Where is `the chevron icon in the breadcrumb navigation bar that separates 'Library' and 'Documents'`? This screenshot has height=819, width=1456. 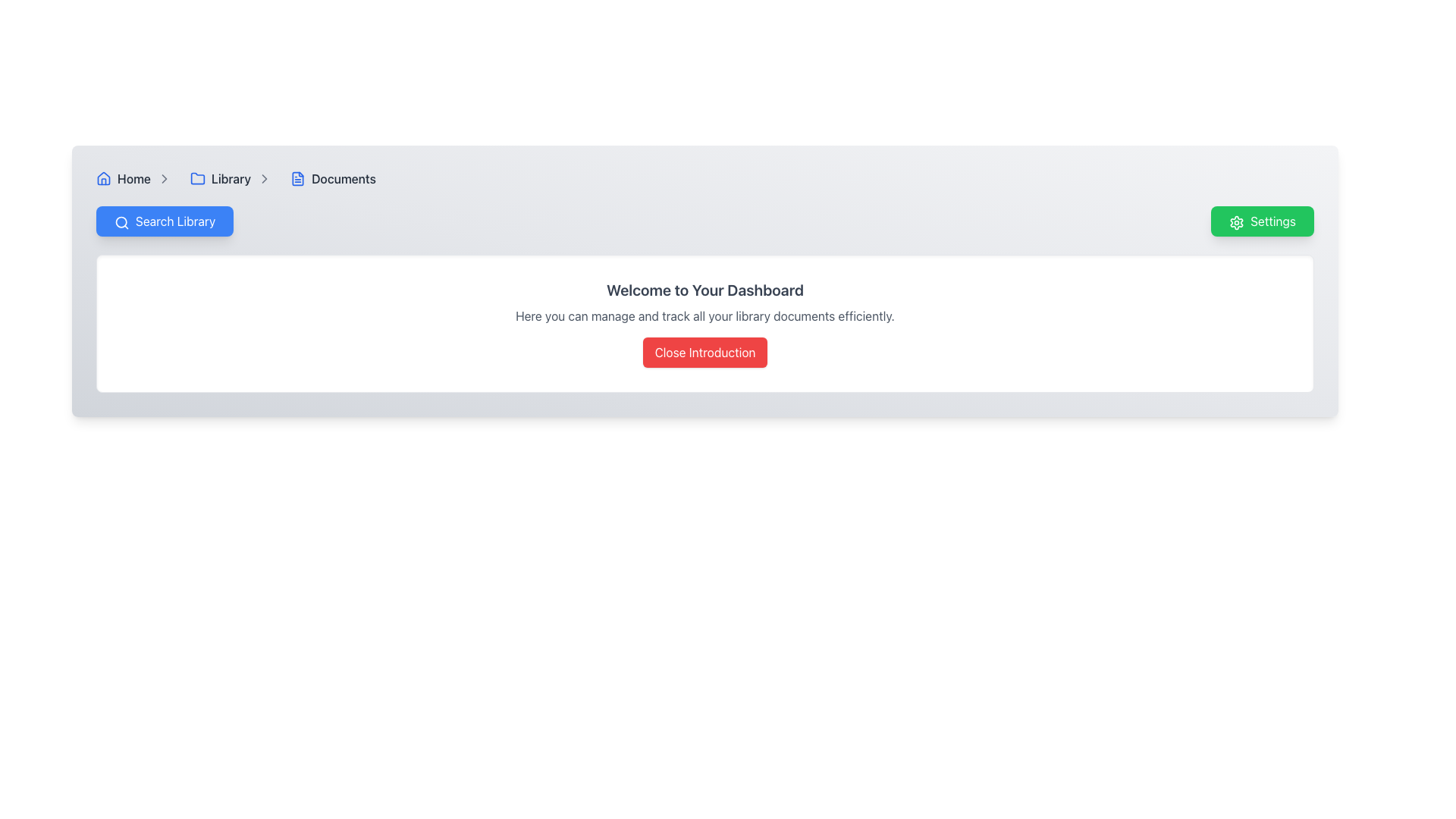 the chevron icon in the breadcrumb navigation bar that separates 'Library' and 'Documents' is located at coordinates (164, 177).